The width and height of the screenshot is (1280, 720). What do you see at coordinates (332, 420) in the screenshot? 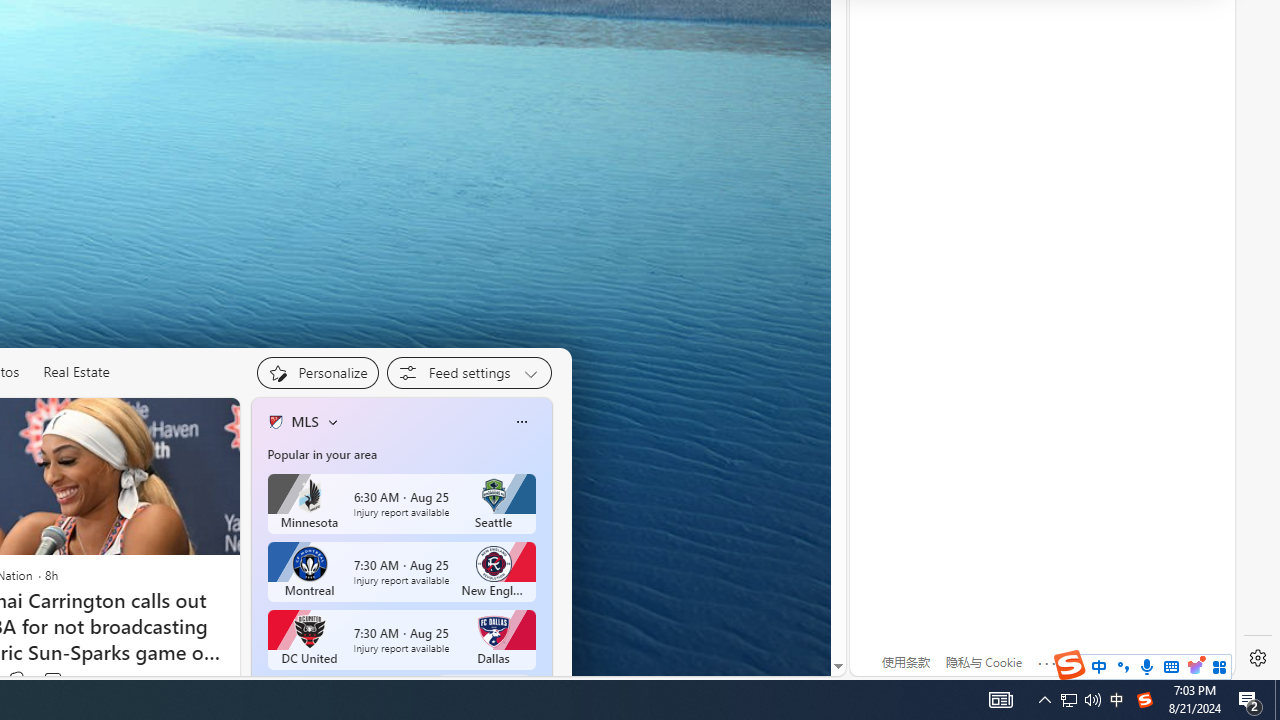
I see `'More interests'` at bounding box center [332, 420].